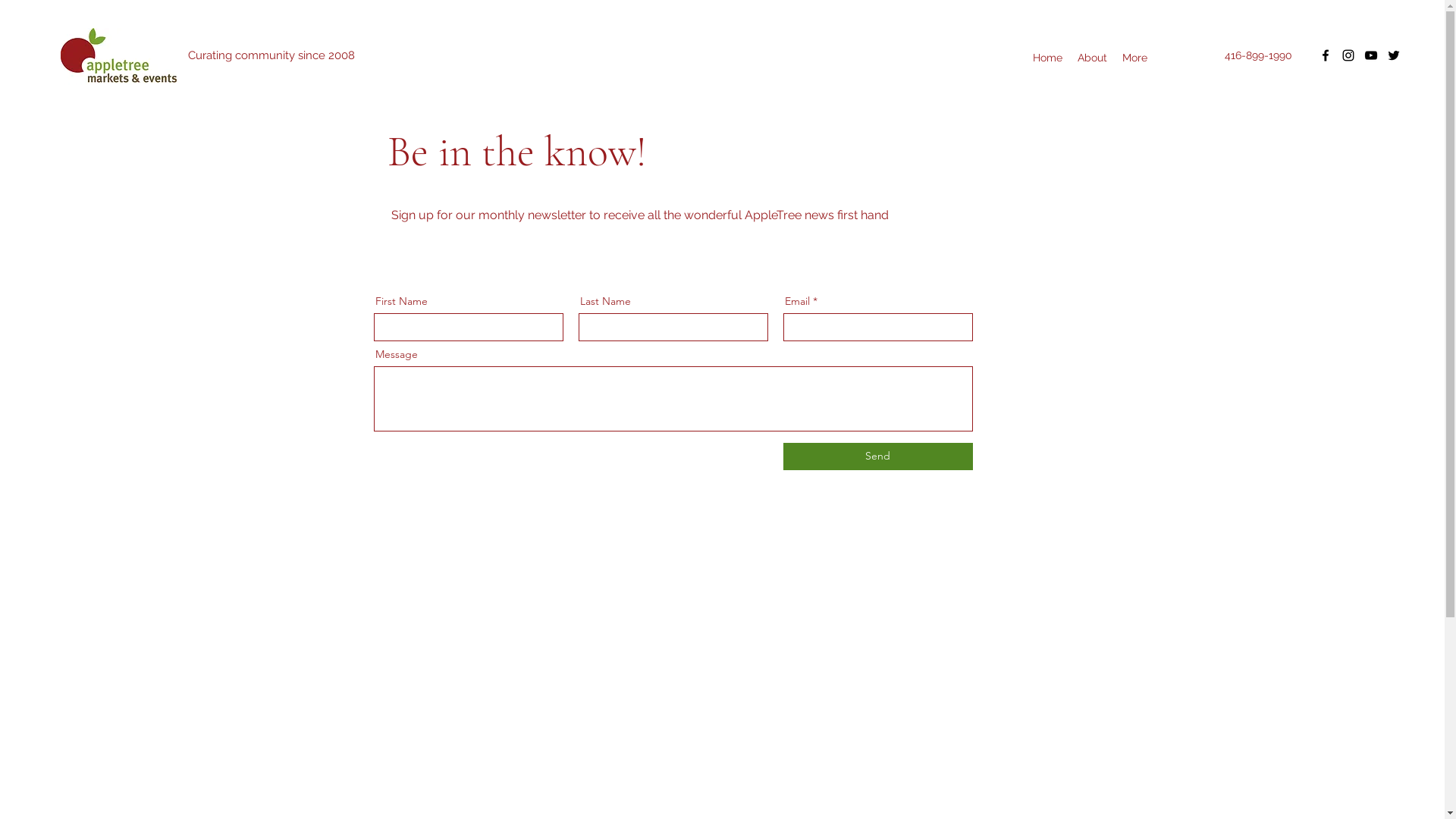 Image resolution: width=1456 pixels, height=819 pixels. Describe the element at coordinates (1046, 57) in the screenshot. I see `'Home'` at that location.